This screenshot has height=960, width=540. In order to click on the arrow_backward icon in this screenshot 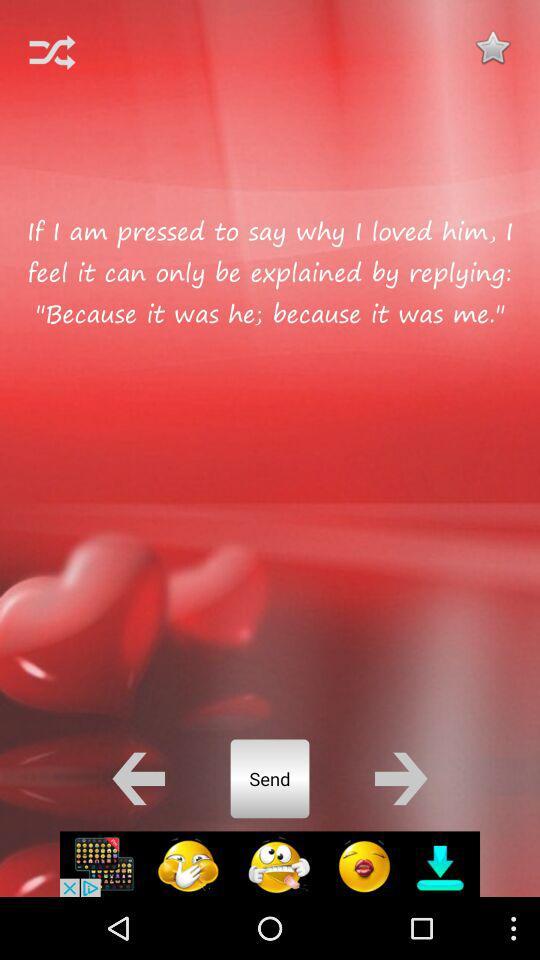, I will do `click(137, 833)`.